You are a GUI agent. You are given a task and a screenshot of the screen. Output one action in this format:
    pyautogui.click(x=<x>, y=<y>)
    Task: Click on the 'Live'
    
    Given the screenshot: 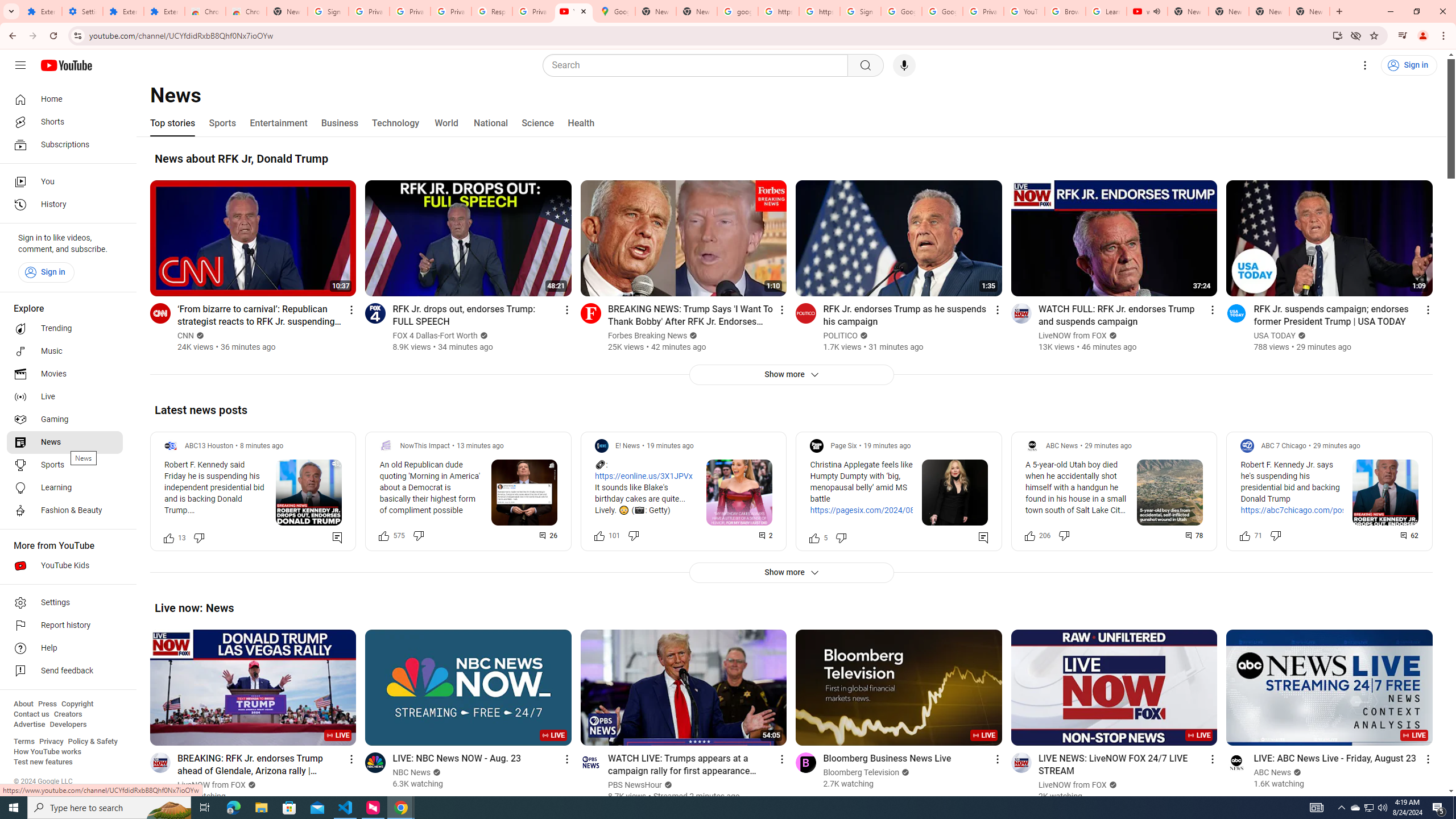 What is the action you would take?
    pyautogui.click(x=64, y=396)
    